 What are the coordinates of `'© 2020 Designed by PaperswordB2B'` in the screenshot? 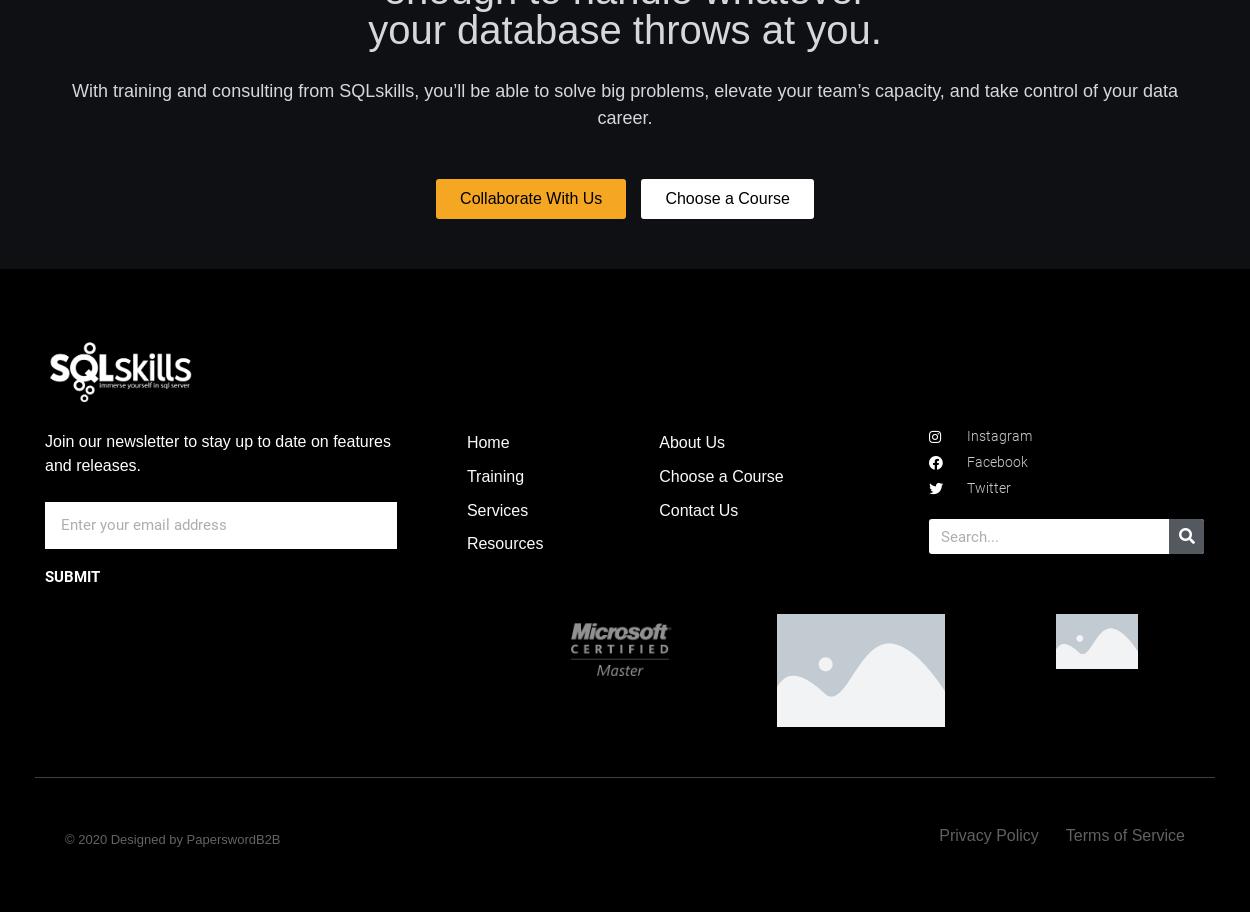 It's located at (172, 839).